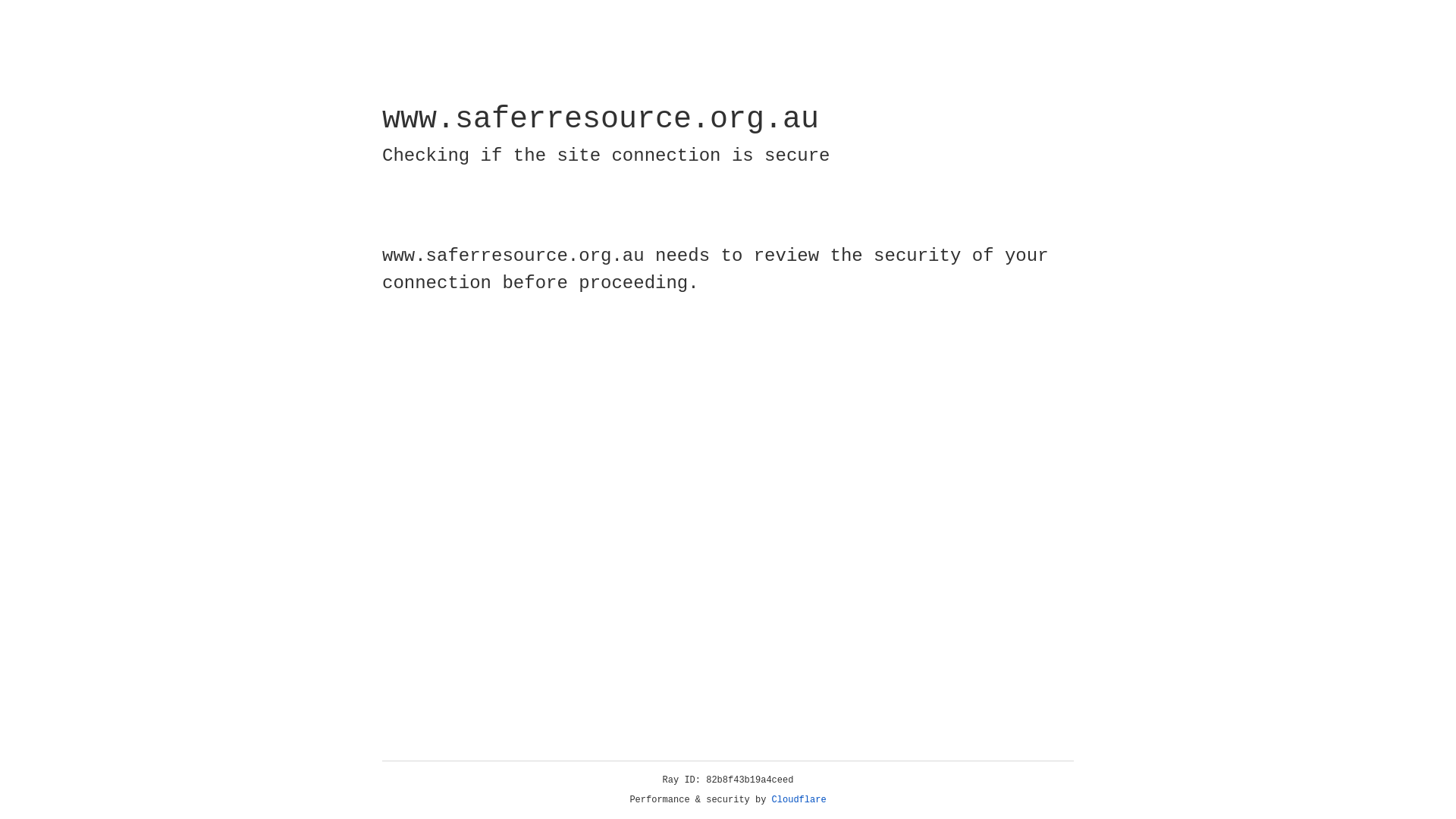  I want to click on 'Cloudflare', so click(799, 799).